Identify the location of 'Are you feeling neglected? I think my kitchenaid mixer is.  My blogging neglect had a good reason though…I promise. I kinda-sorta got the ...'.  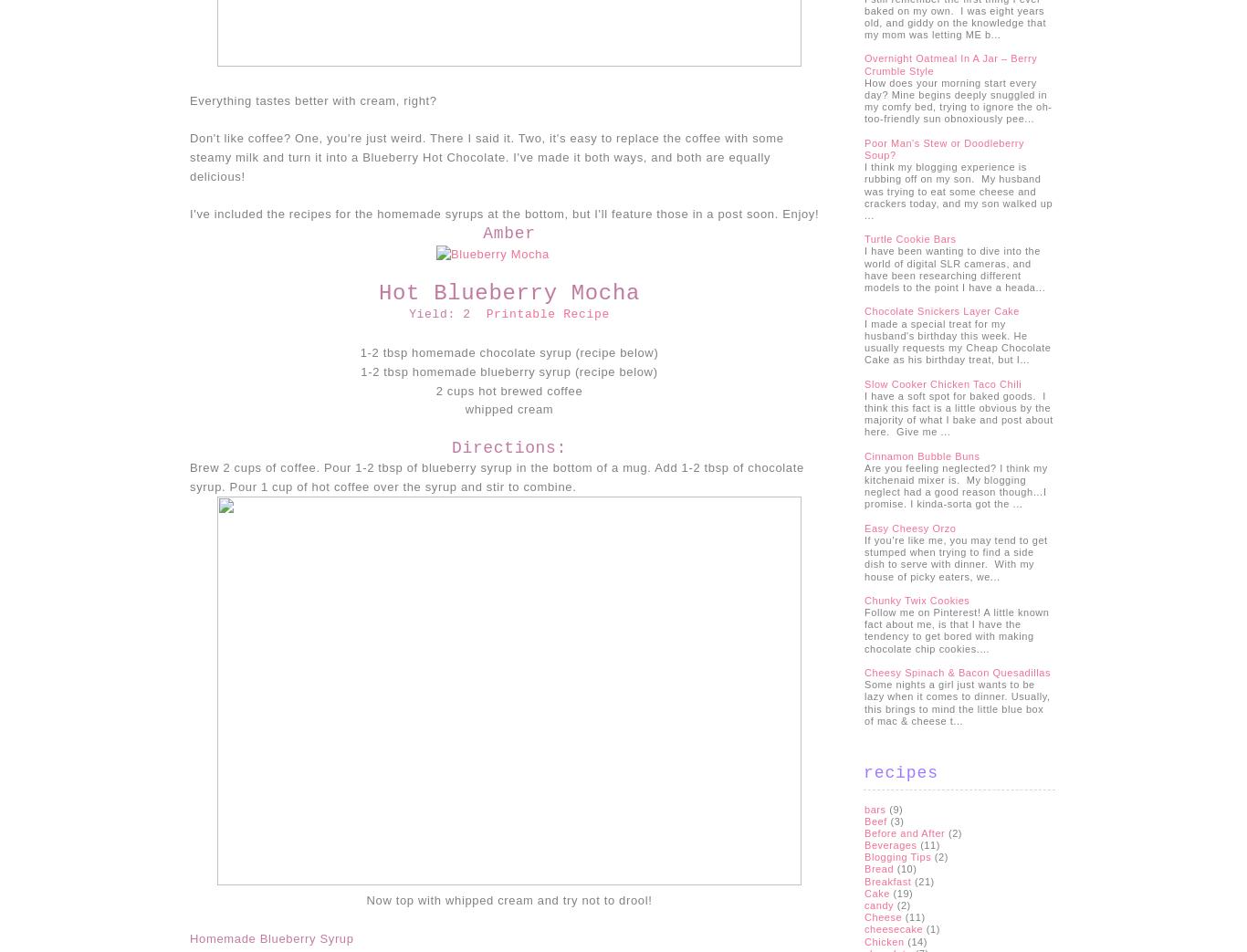
(955, 486).